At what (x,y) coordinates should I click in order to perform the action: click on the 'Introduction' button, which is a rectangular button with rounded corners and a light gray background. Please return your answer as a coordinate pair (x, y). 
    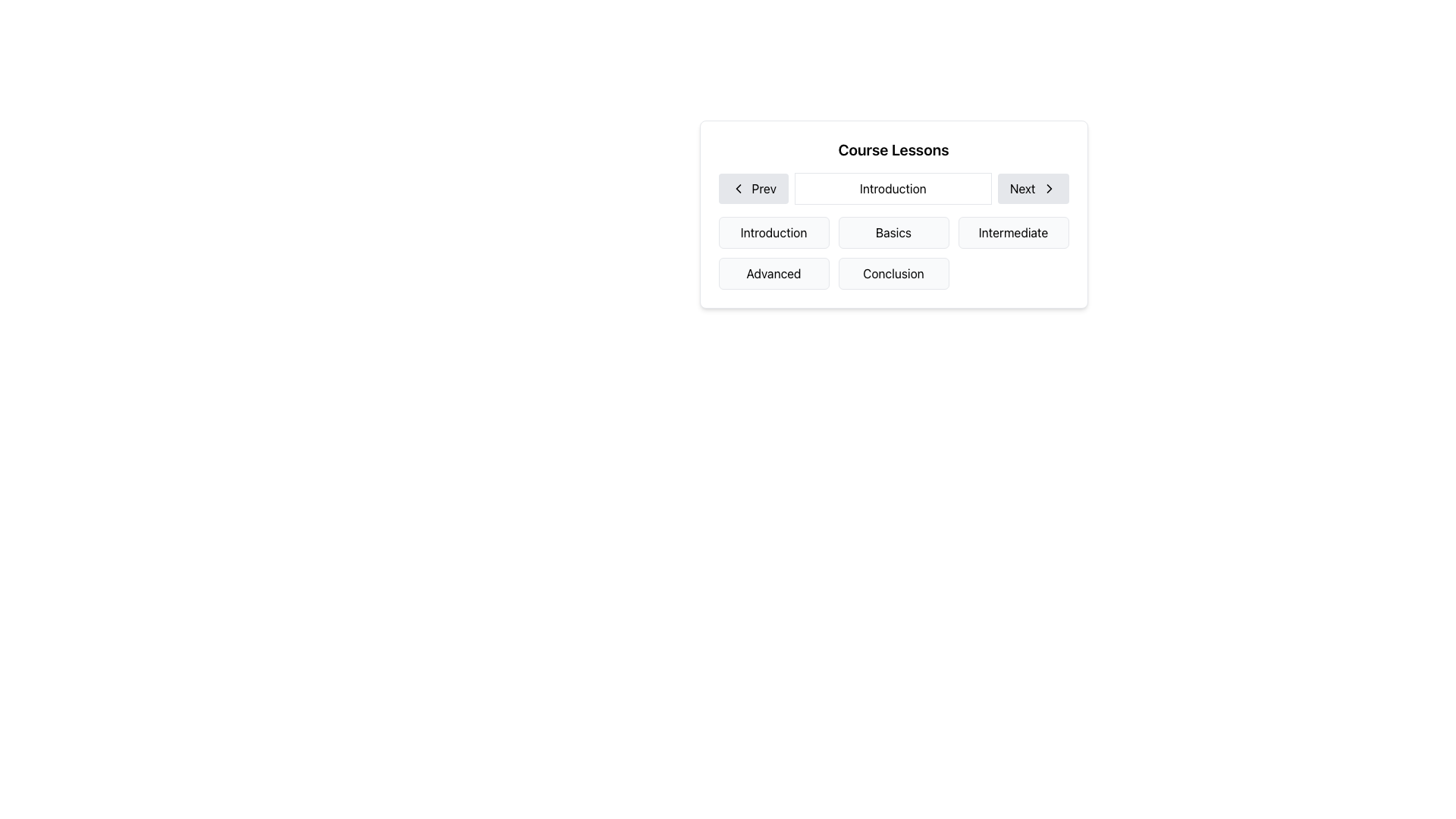
    Looking at the image, I should click on (773, 233).